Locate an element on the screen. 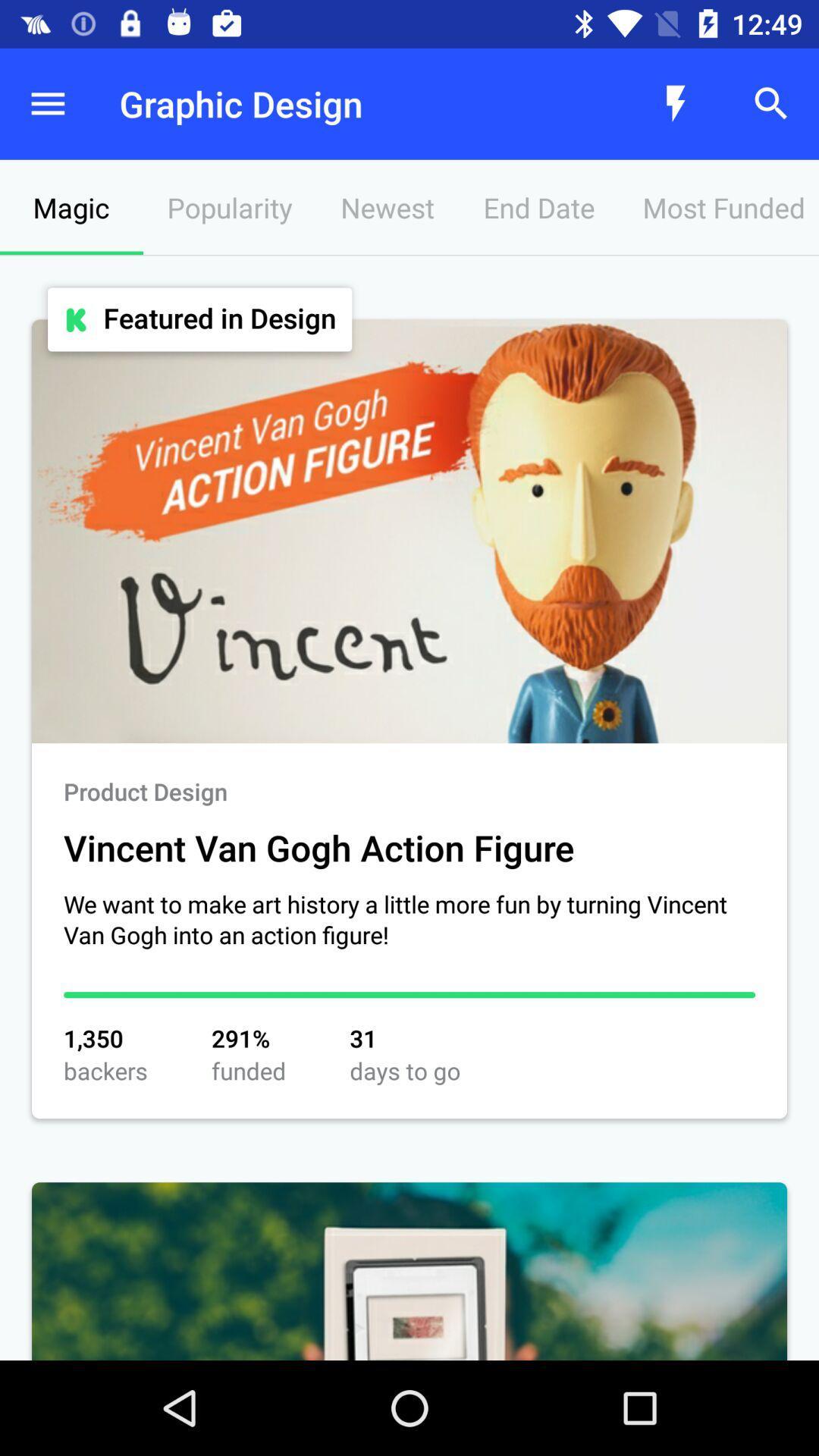 The image size is (819, 1456). the graphic design is located at coordinates (345, 103).